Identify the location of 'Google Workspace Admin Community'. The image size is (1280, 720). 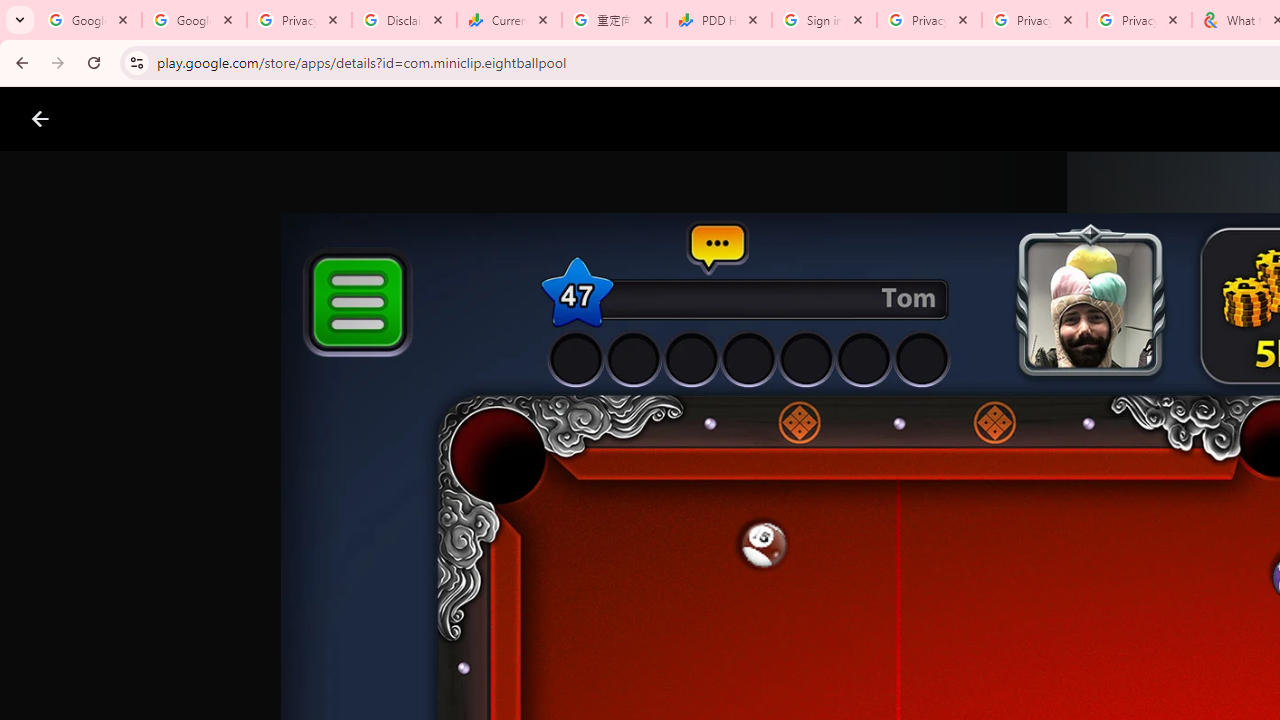
(88, 20).